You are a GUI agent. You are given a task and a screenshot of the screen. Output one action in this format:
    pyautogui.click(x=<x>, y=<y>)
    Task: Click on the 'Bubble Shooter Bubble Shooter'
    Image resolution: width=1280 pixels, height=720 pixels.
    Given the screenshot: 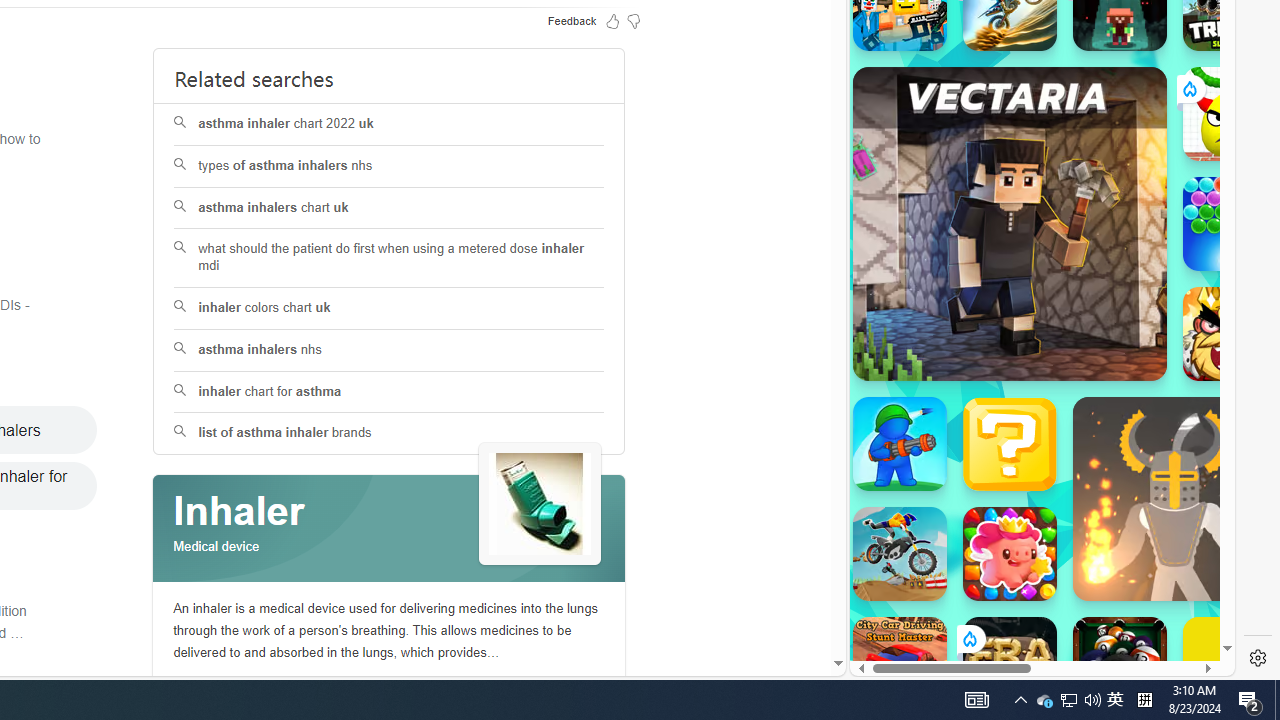 What is the action you would take?
    pyautogui.click(x=1229, y=223)
    